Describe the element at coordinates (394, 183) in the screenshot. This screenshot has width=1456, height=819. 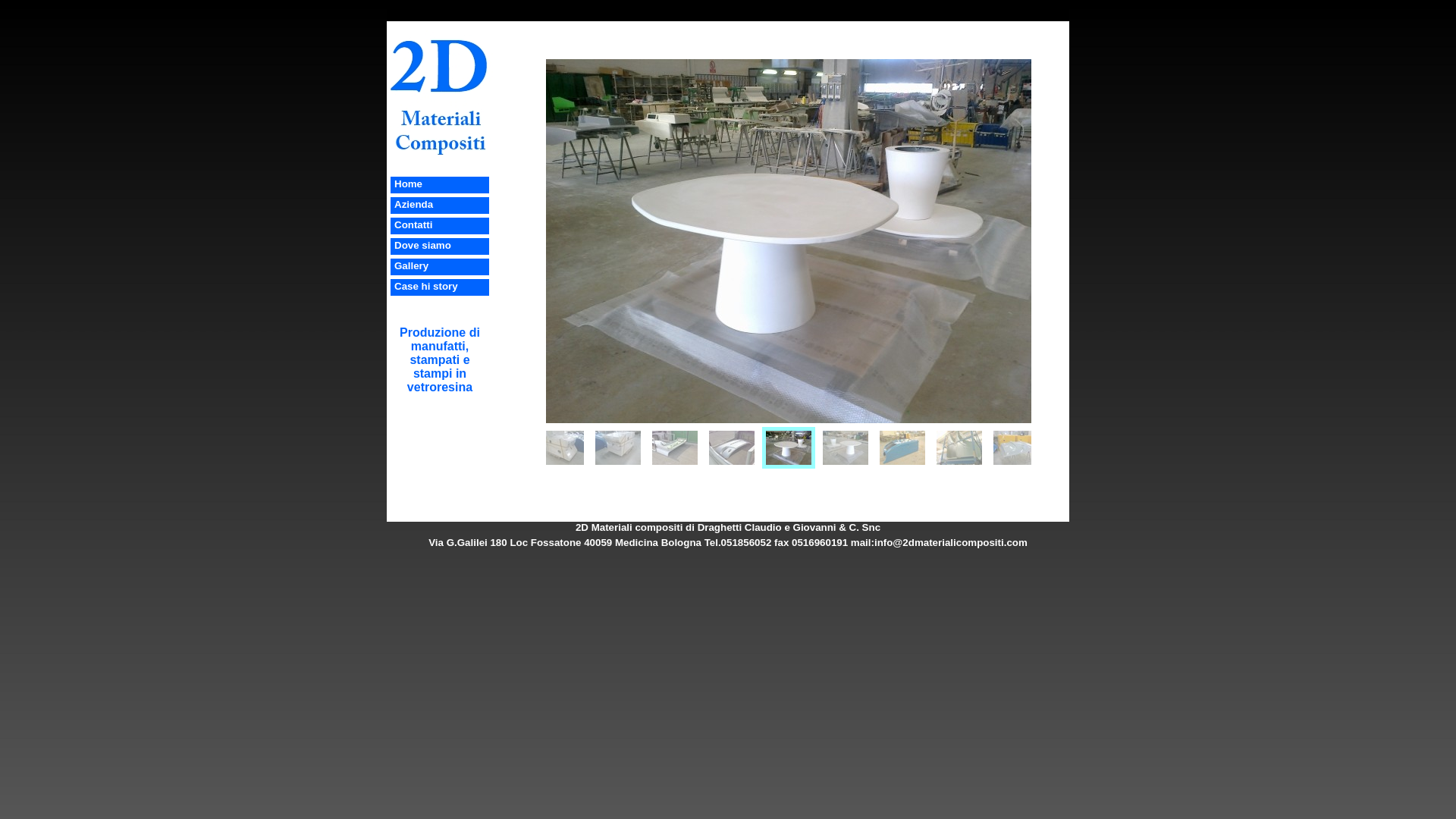
I see `'Home'` at that location.